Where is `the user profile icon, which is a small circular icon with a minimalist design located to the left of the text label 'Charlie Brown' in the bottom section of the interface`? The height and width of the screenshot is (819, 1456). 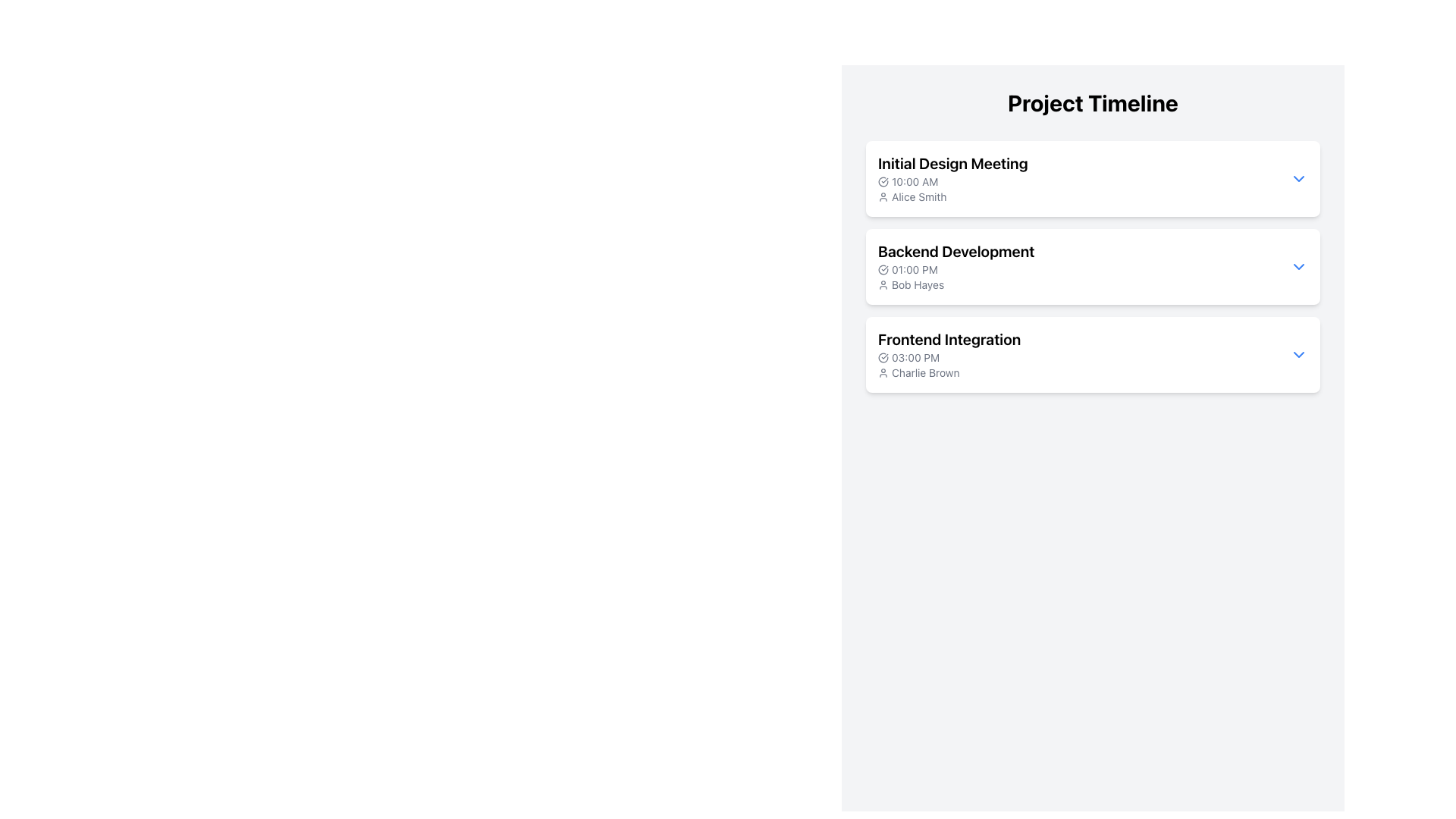
the user profile icon, which is a small circular icon with a minimalist design located to the left of the text label 'Charlie Brown' in the bottom section of the interface is located at coordinates (883, 373).